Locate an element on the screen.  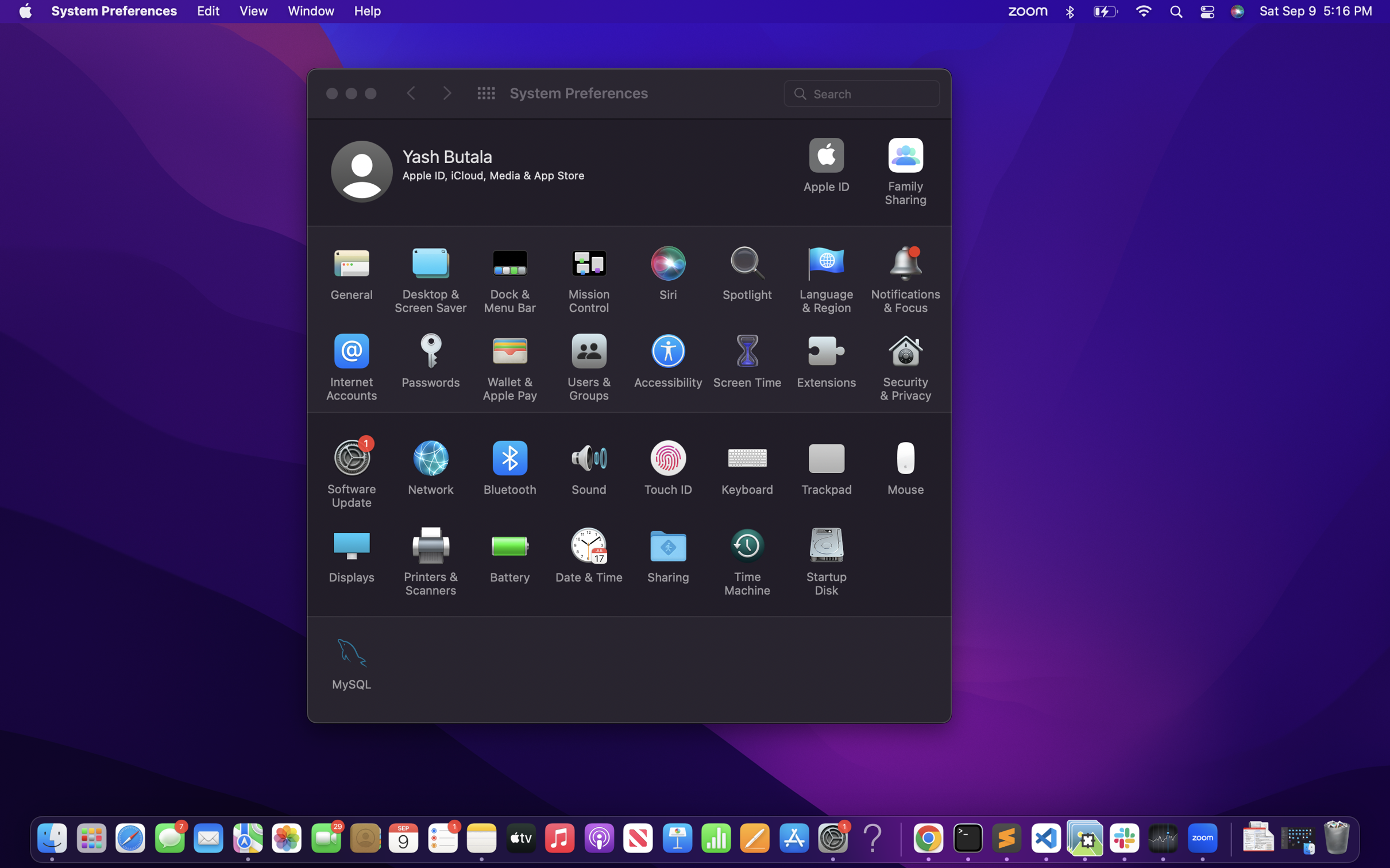
Go the next page of system preferences window is located at coordinates (447, 93).